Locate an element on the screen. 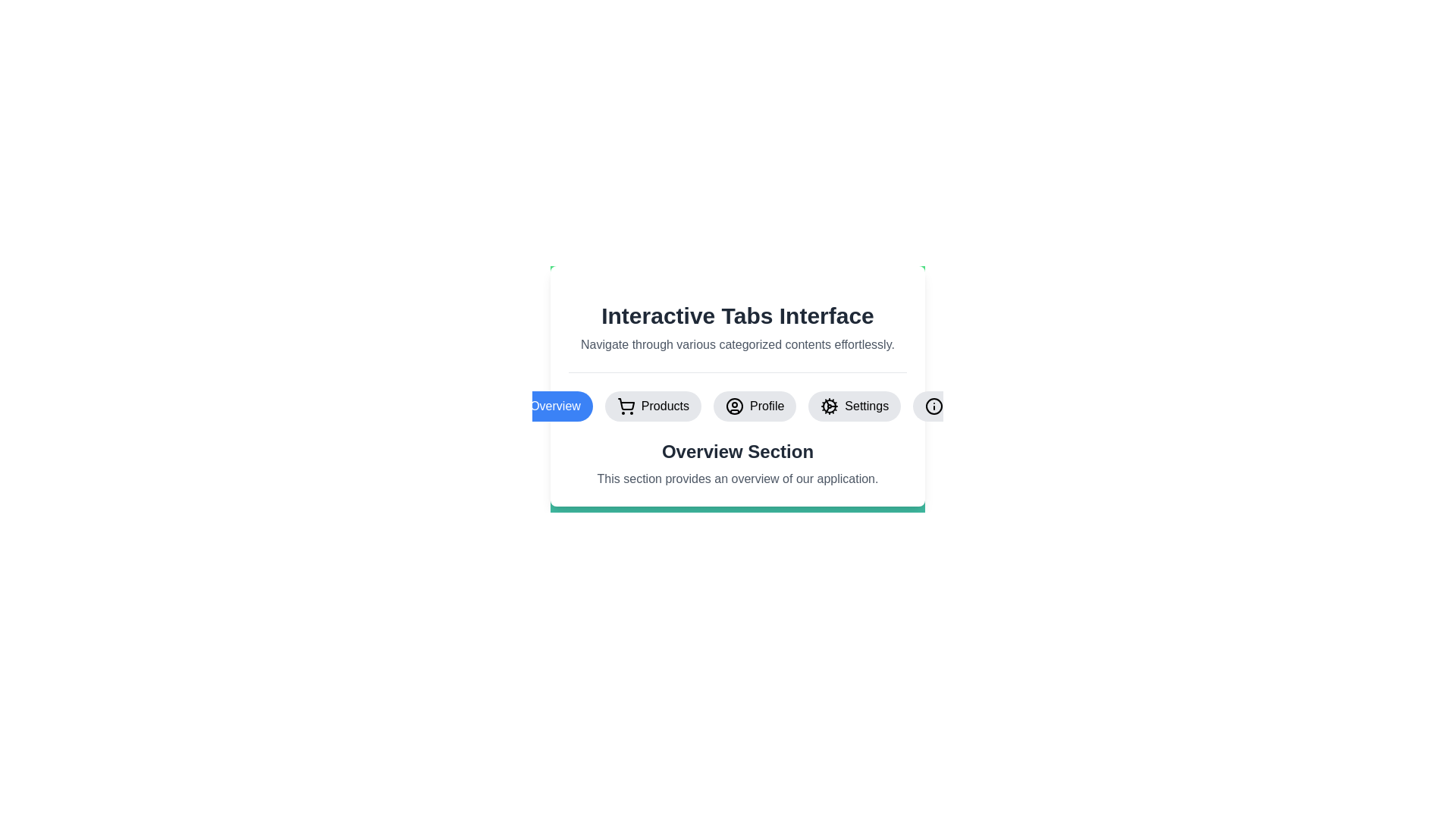  the decorative Circle SVG graphical component located on the far right of the tabbed navigation interface is located at coordinates (934, 406).